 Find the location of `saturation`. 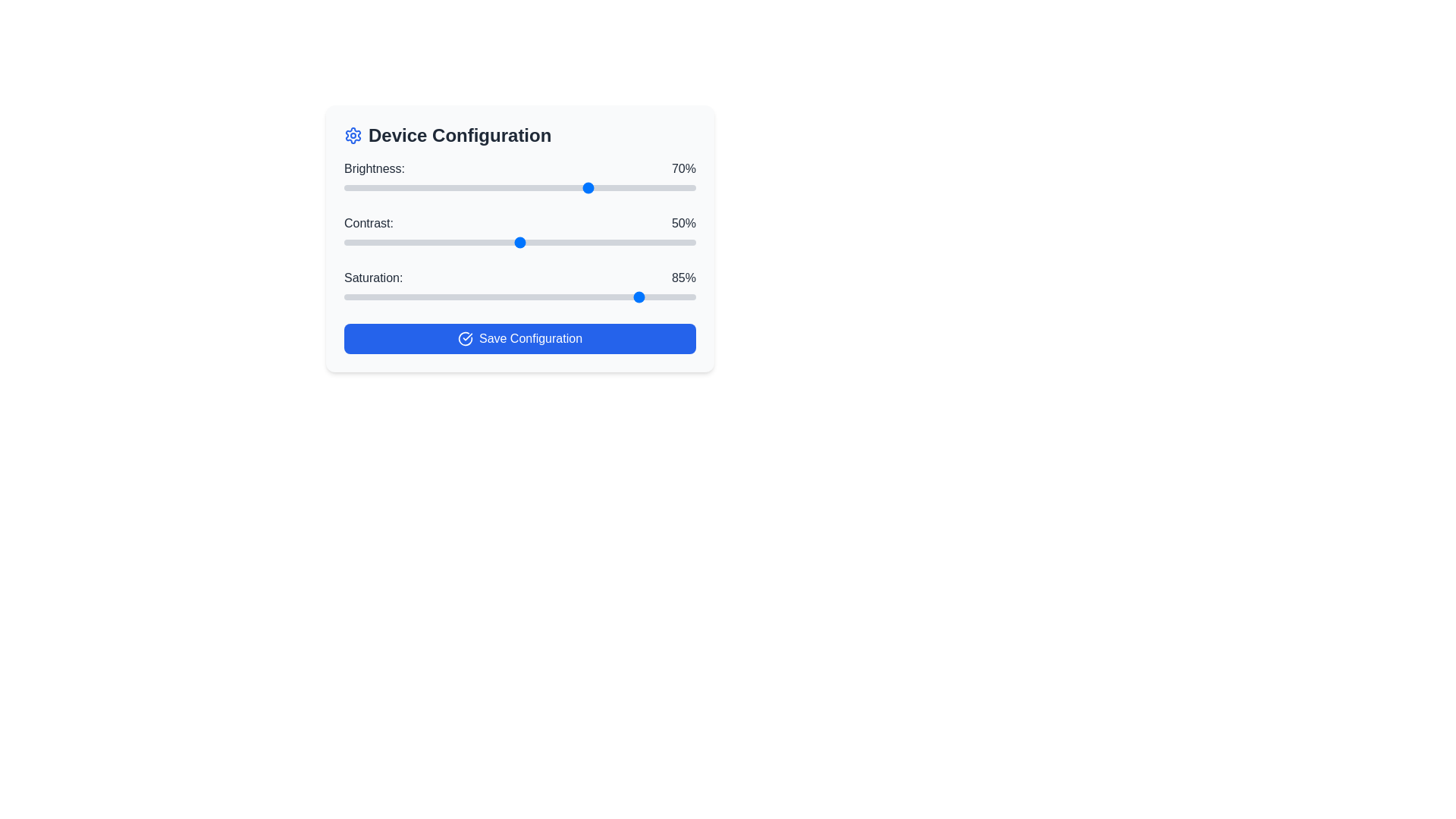

saturation is located at coordinates (400, 297).